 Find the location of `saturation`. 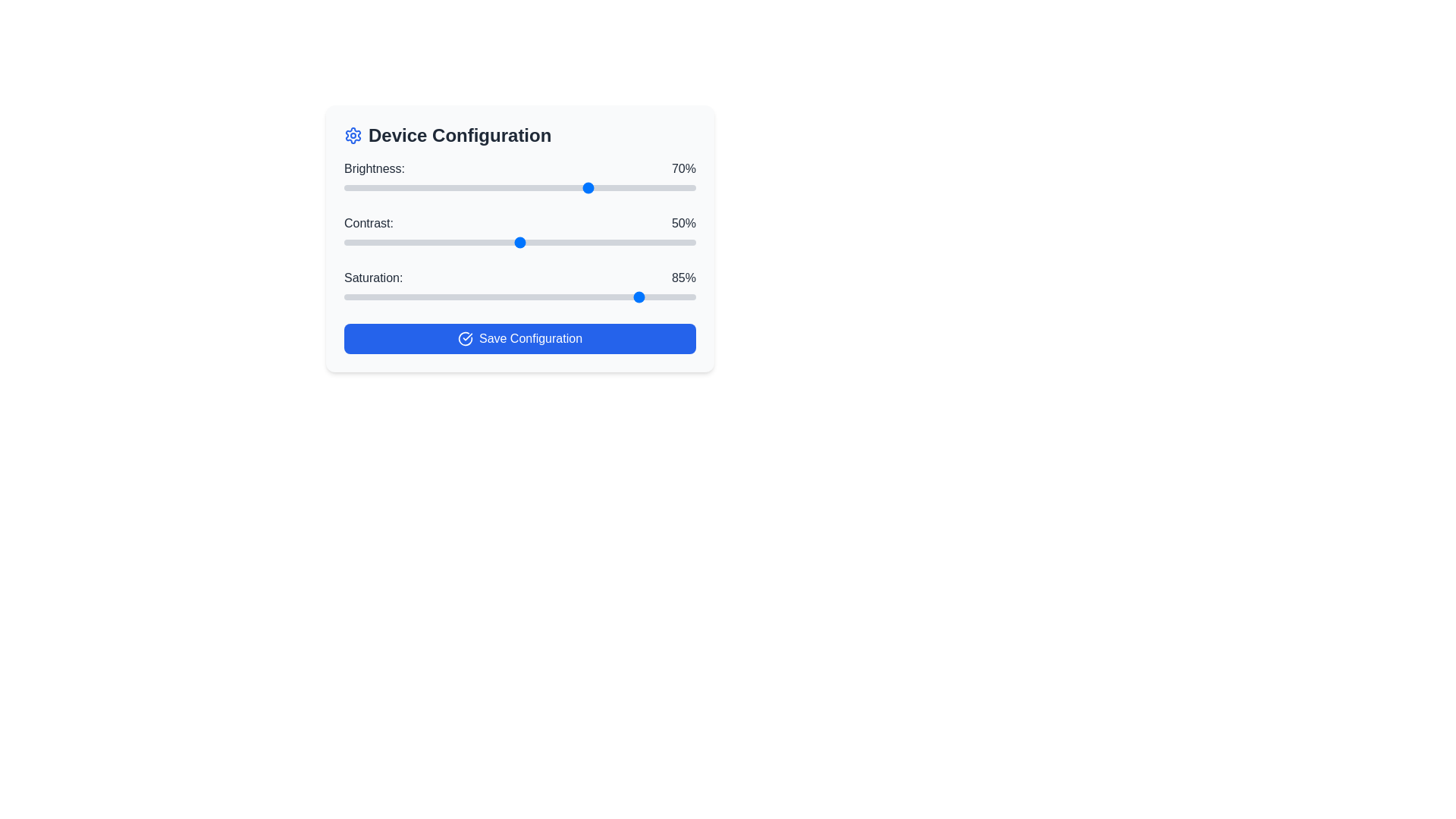

saturation is located at coordinates (400, 297).